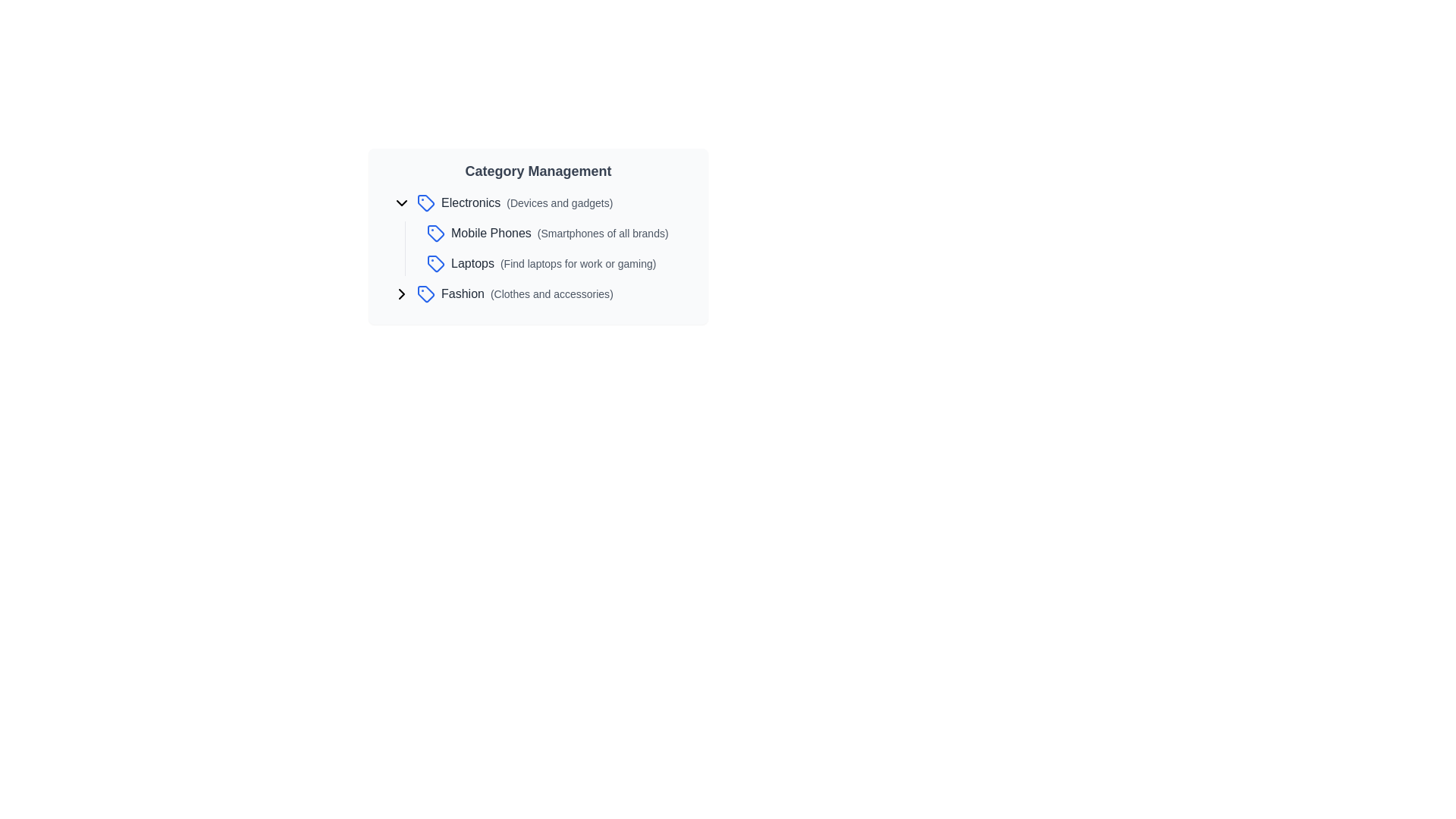 This screenshot has height=819, width=1456. What do you see at coordinates (435, 262) in the screenshot?
I see `the 'Laptops' category tag icon, which is the third item in a vertical list representing the 'Laptops' category, positioned to the left of the text 'Laptops'` at bounding box center [435, 262].